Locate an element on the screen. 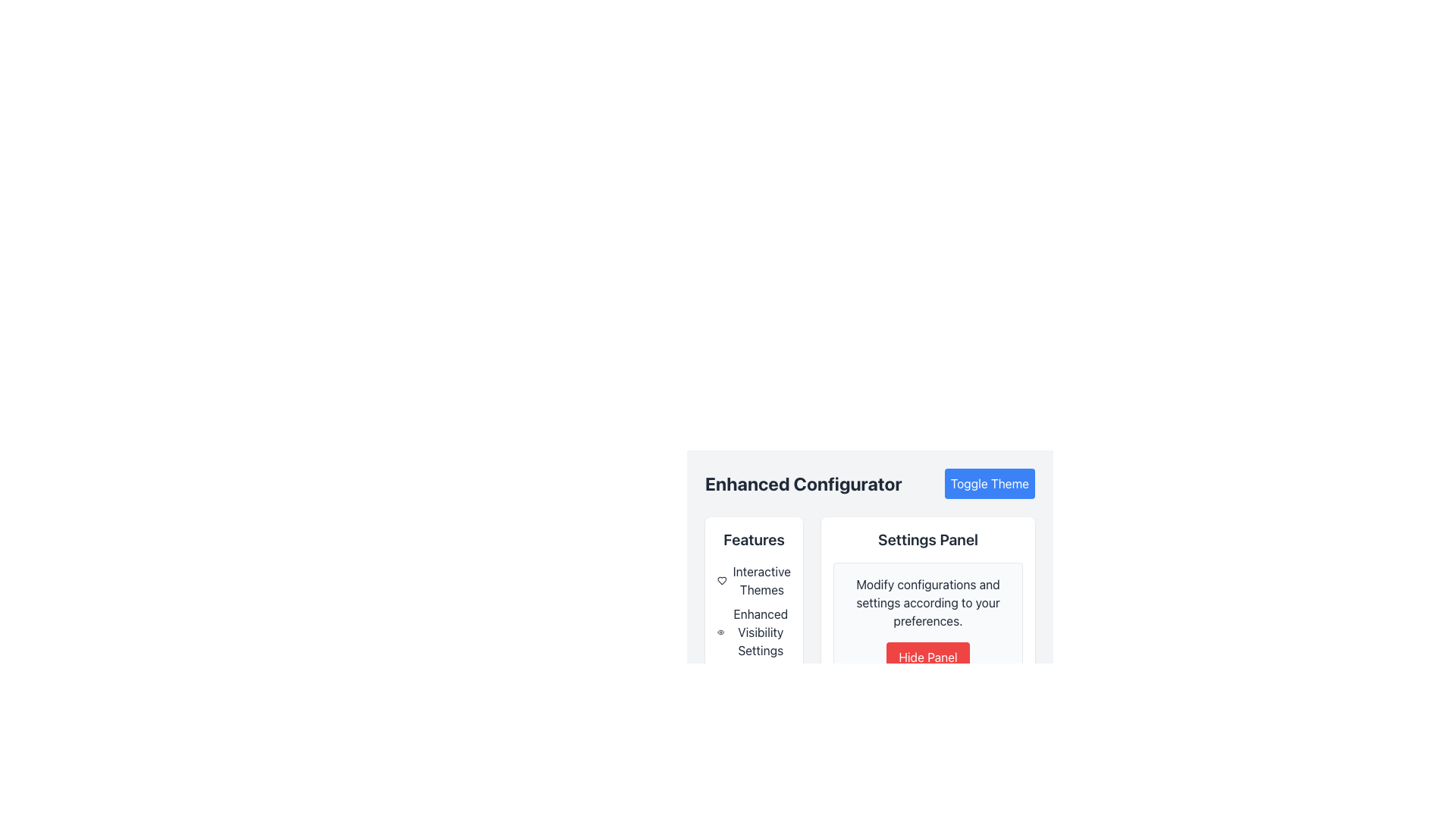  the large, bold, dark-colored text block displaying 'Enhanced Configurator', which is styled prominently and located at the top-center of the visible area, slightly towards the top-left quadrant is located at coordinates (802, 483).